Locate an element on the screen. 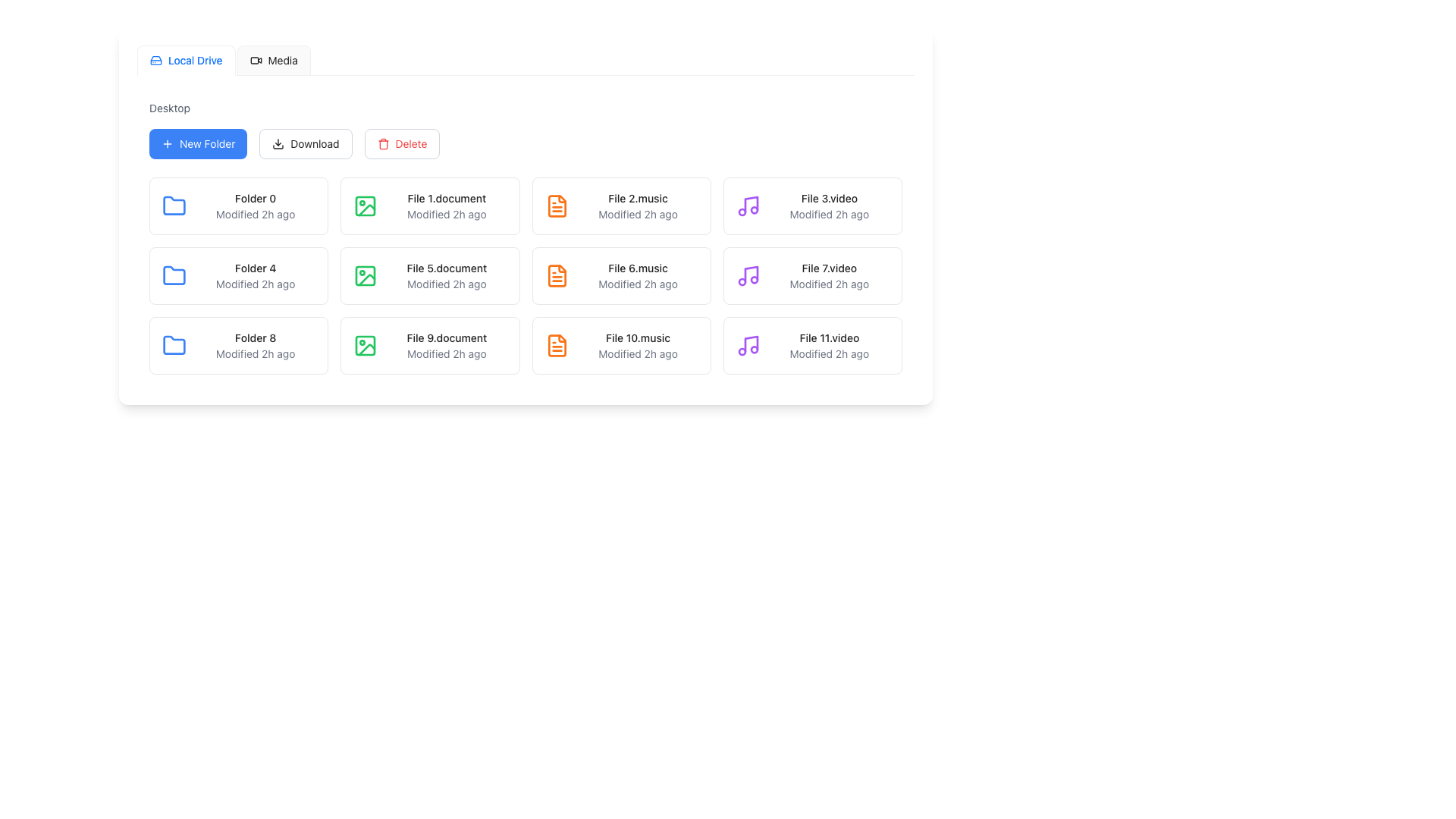 The width and height of the screenshot is (1456, 819). the video camera icon located to the left of the text 'Media' at the top-center of the interface is located at coordinates (256, 60).